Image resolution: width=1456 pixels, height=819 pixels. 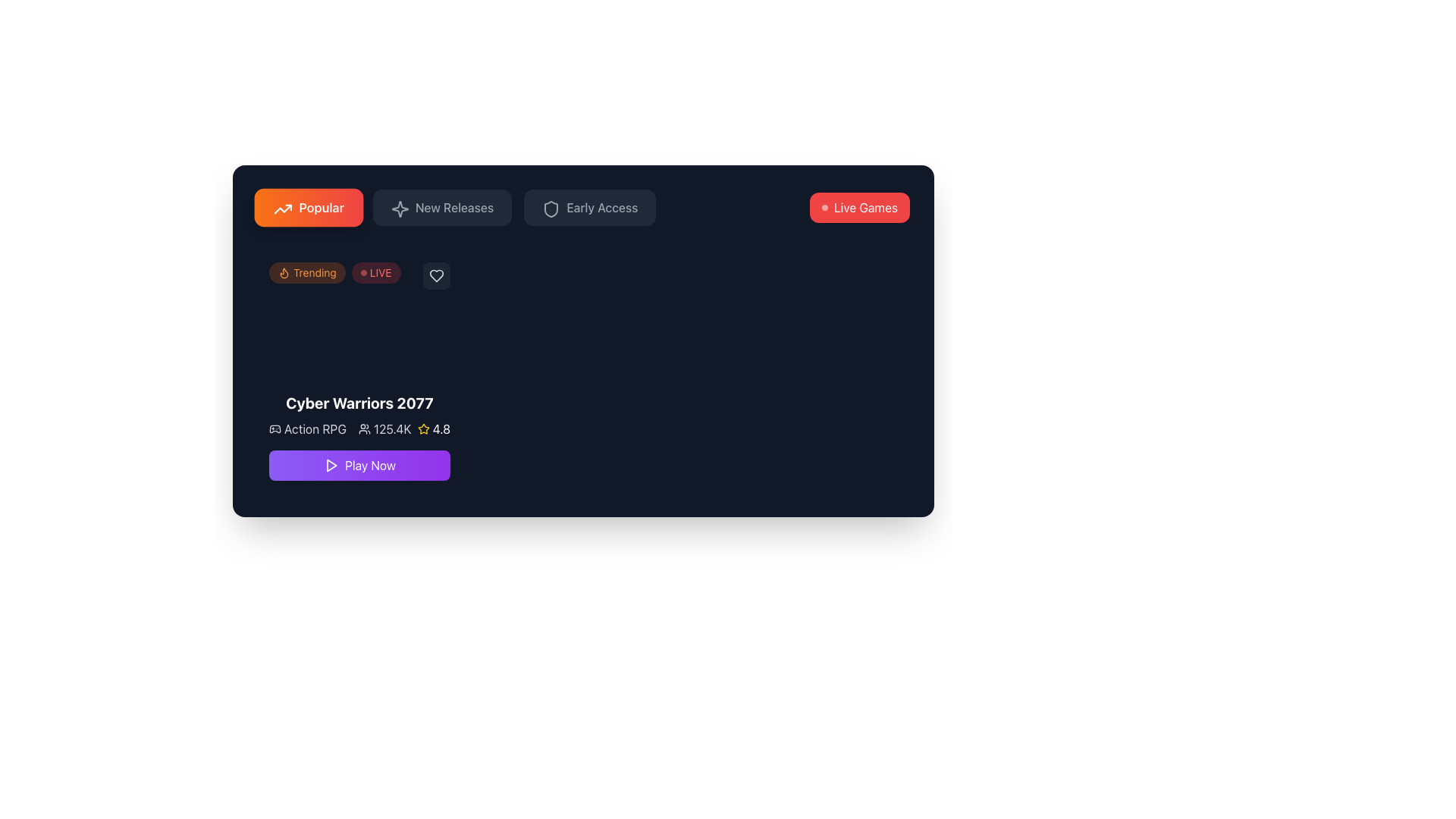 I want to click on the 'Trending' and 'LIVE' status indicator badge located beneath the 'Popular', 'New Releases', and 'Early Access' buttons, and to the left of the heart-shaped icon, so click(x=334, y=271).